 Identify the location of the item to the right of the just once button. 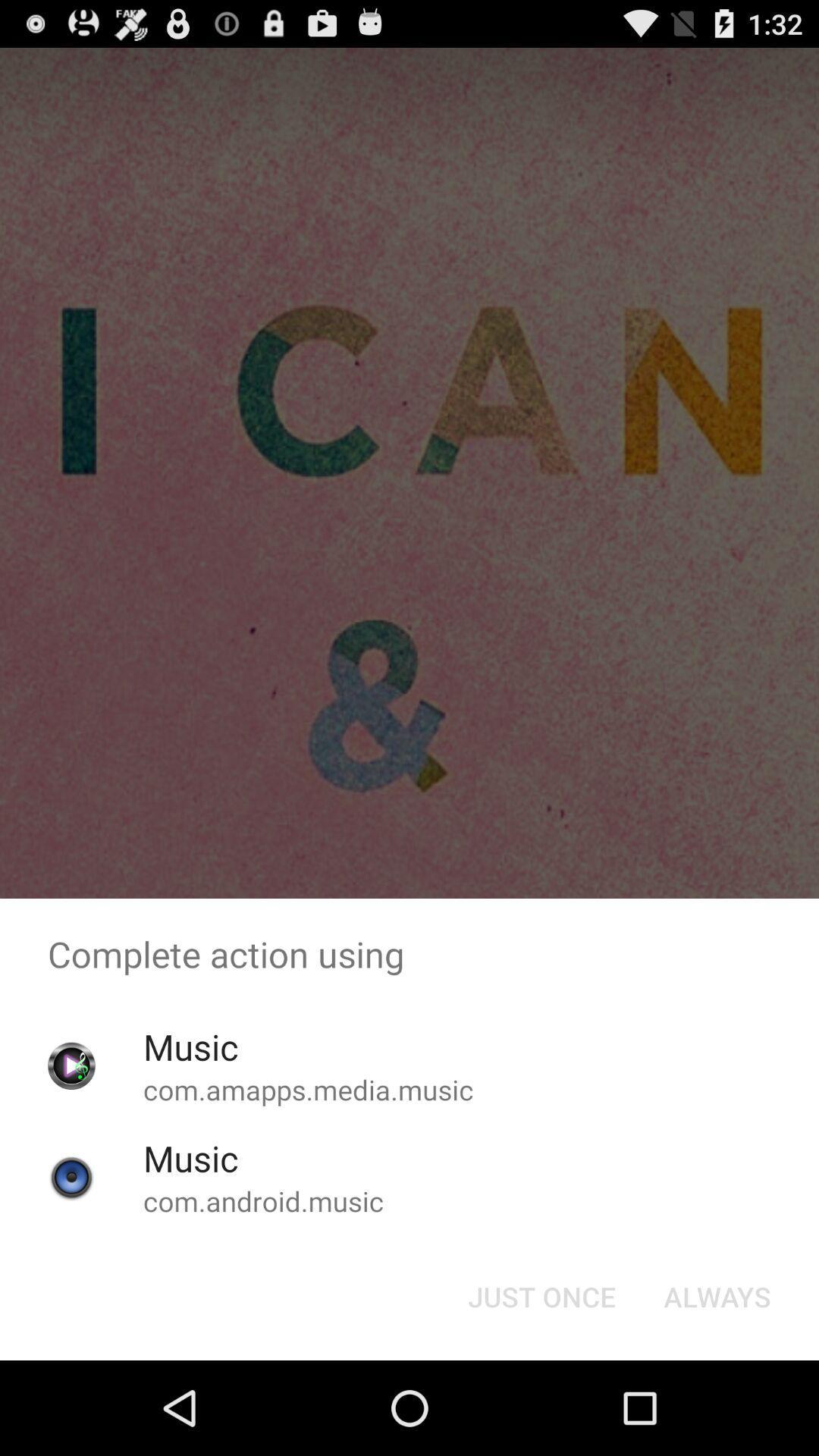
(717, 1295).